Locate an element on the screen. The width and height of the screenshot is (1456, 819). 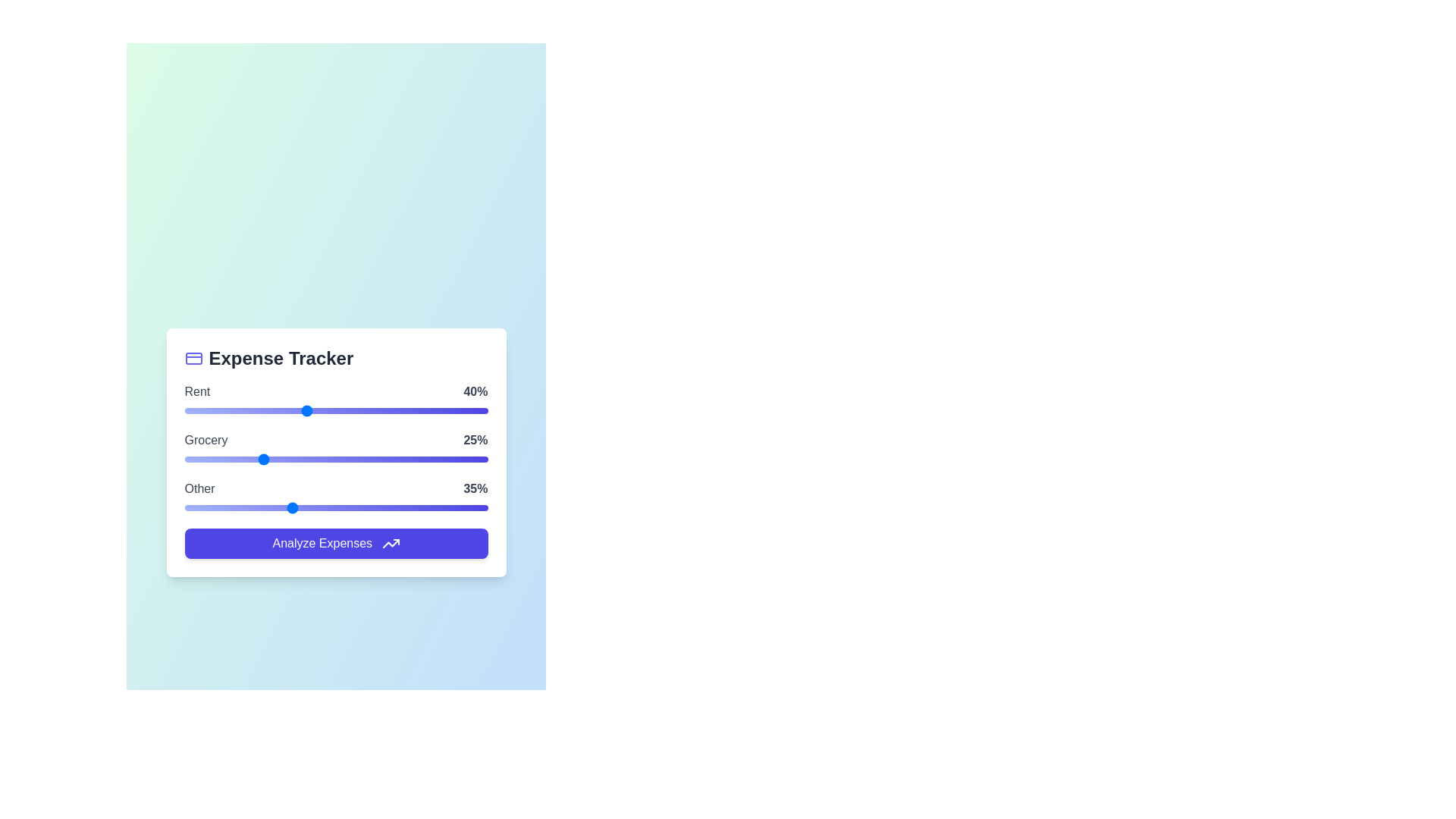
the 'Other' slider to 33% is located at coordinates (284, 507).